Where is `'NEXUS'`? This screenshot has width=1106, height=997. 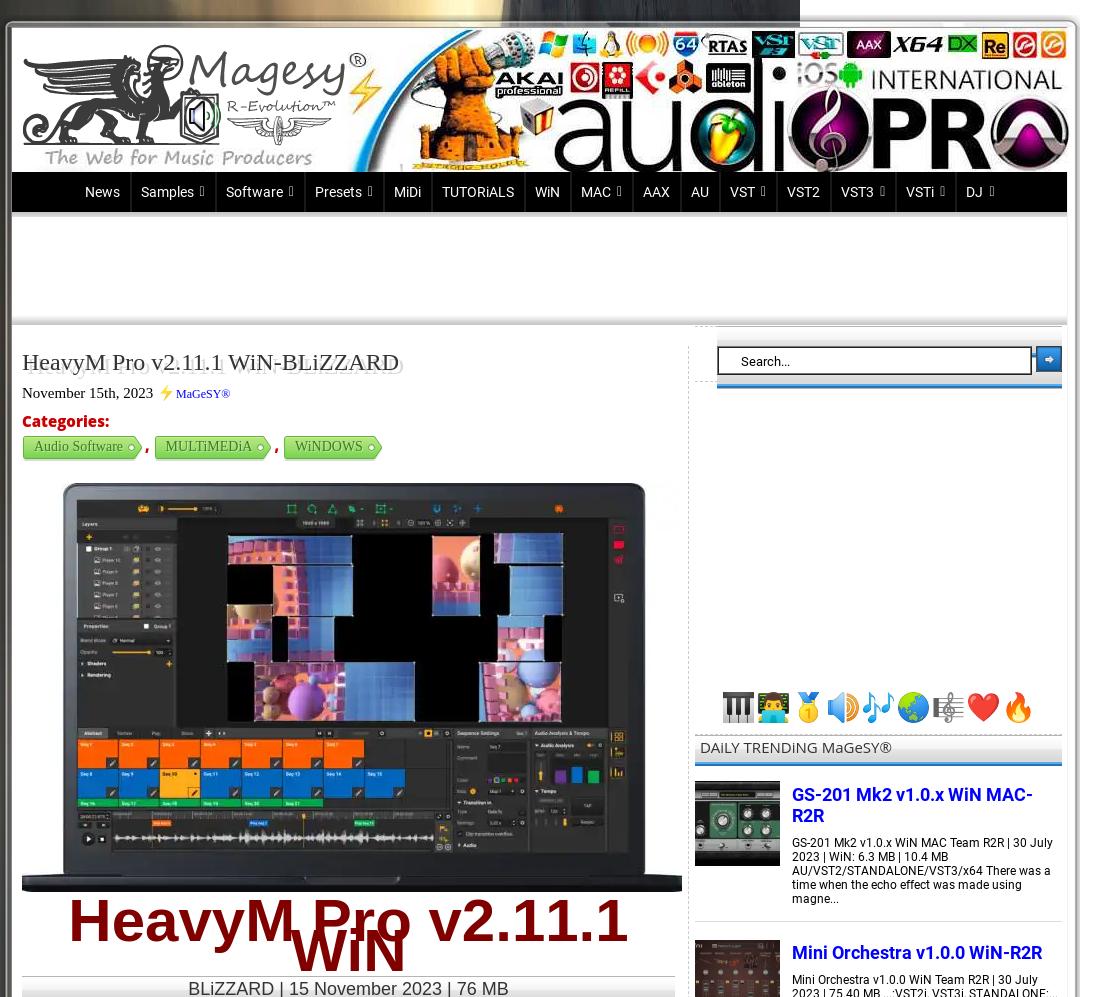 'NEXUS' is located at coordinates (336, 929).